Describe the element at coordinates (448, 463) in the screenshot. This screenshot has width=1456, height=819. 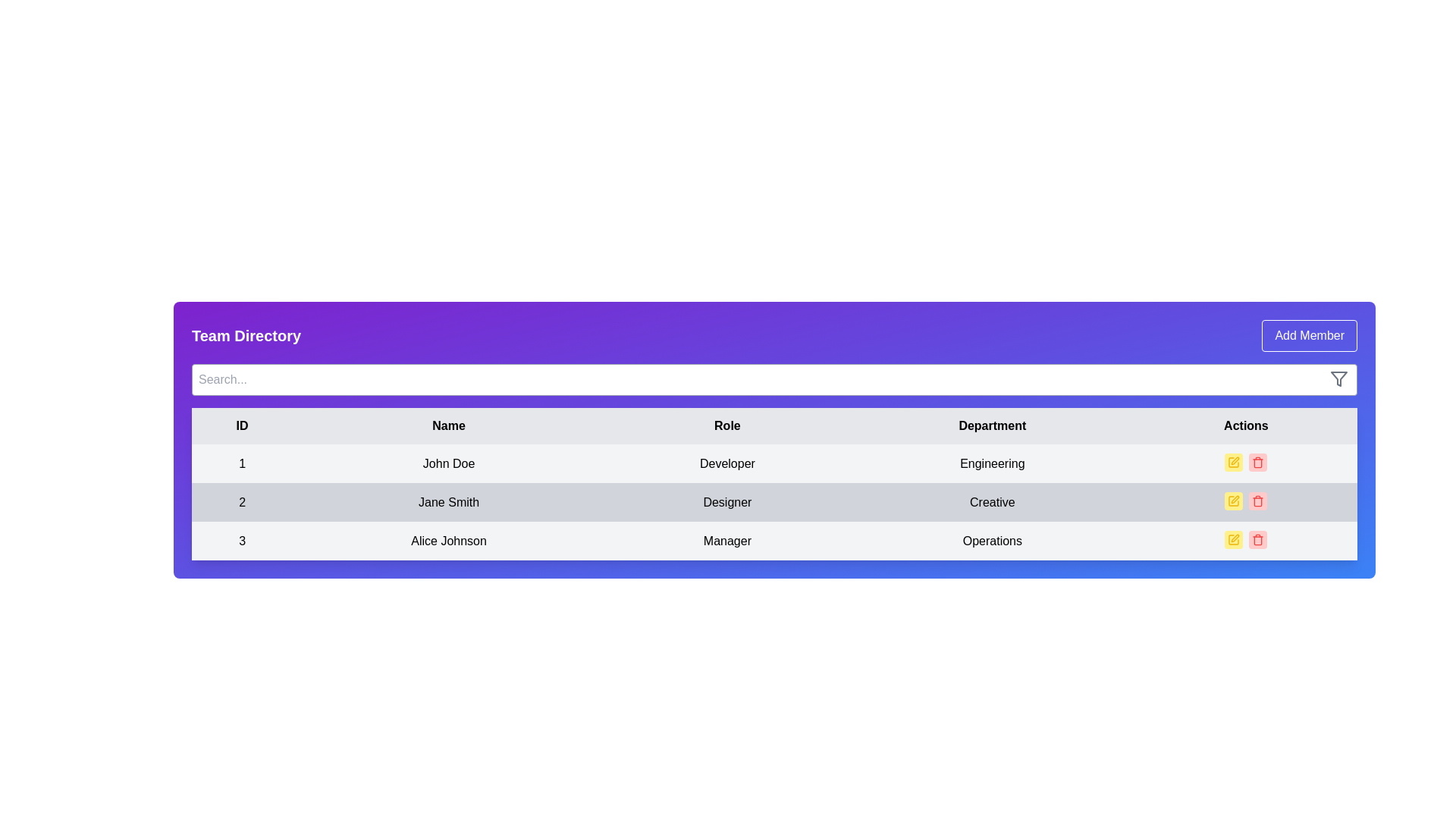
I see `the text label displaying 'John Doe' which is centered in a light gray rectangular background, part of the user information table` at that location.